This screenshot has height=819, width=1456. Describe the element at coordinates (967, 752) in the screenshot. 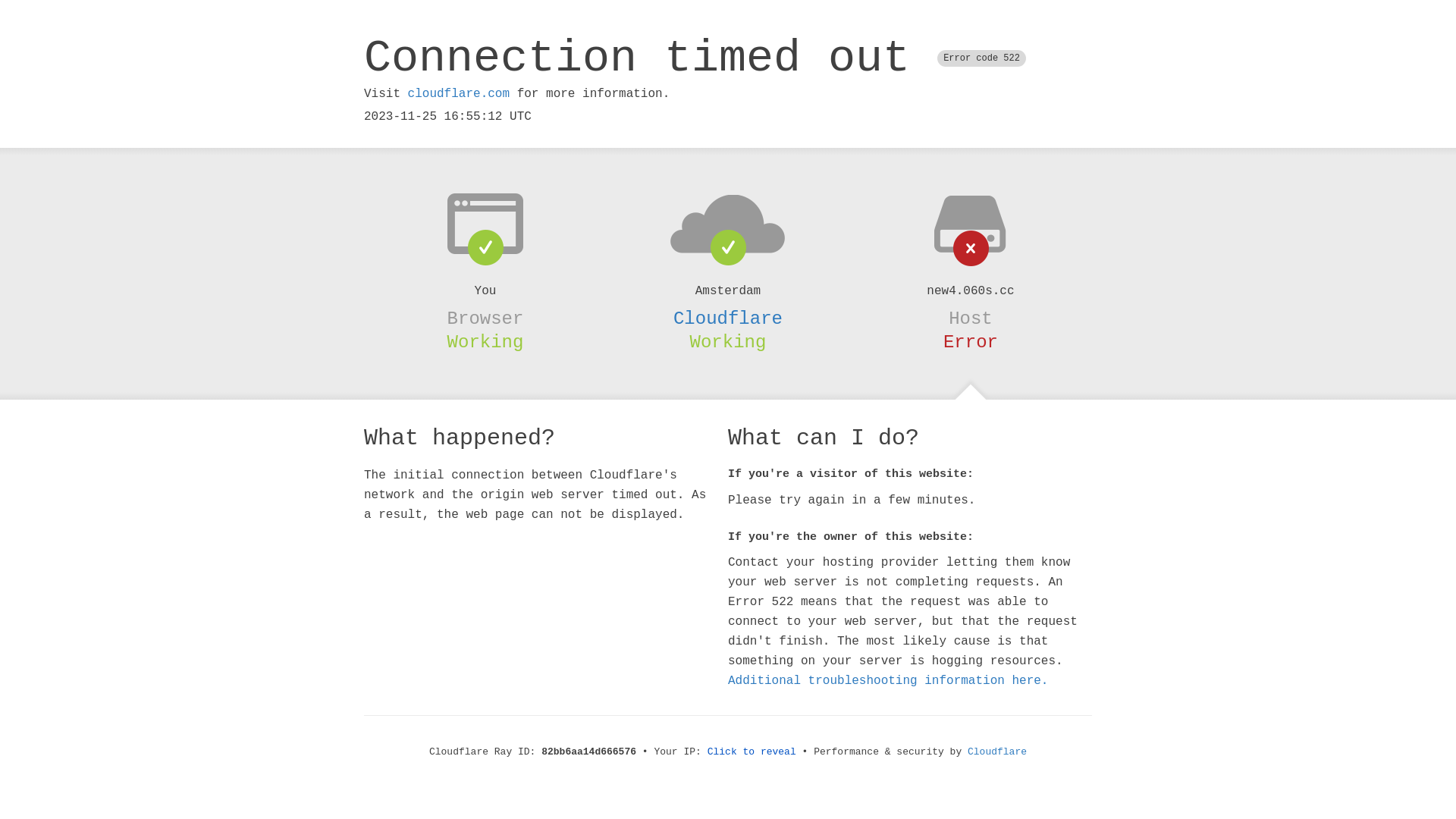

I see `'Cloudflare'` at that location.